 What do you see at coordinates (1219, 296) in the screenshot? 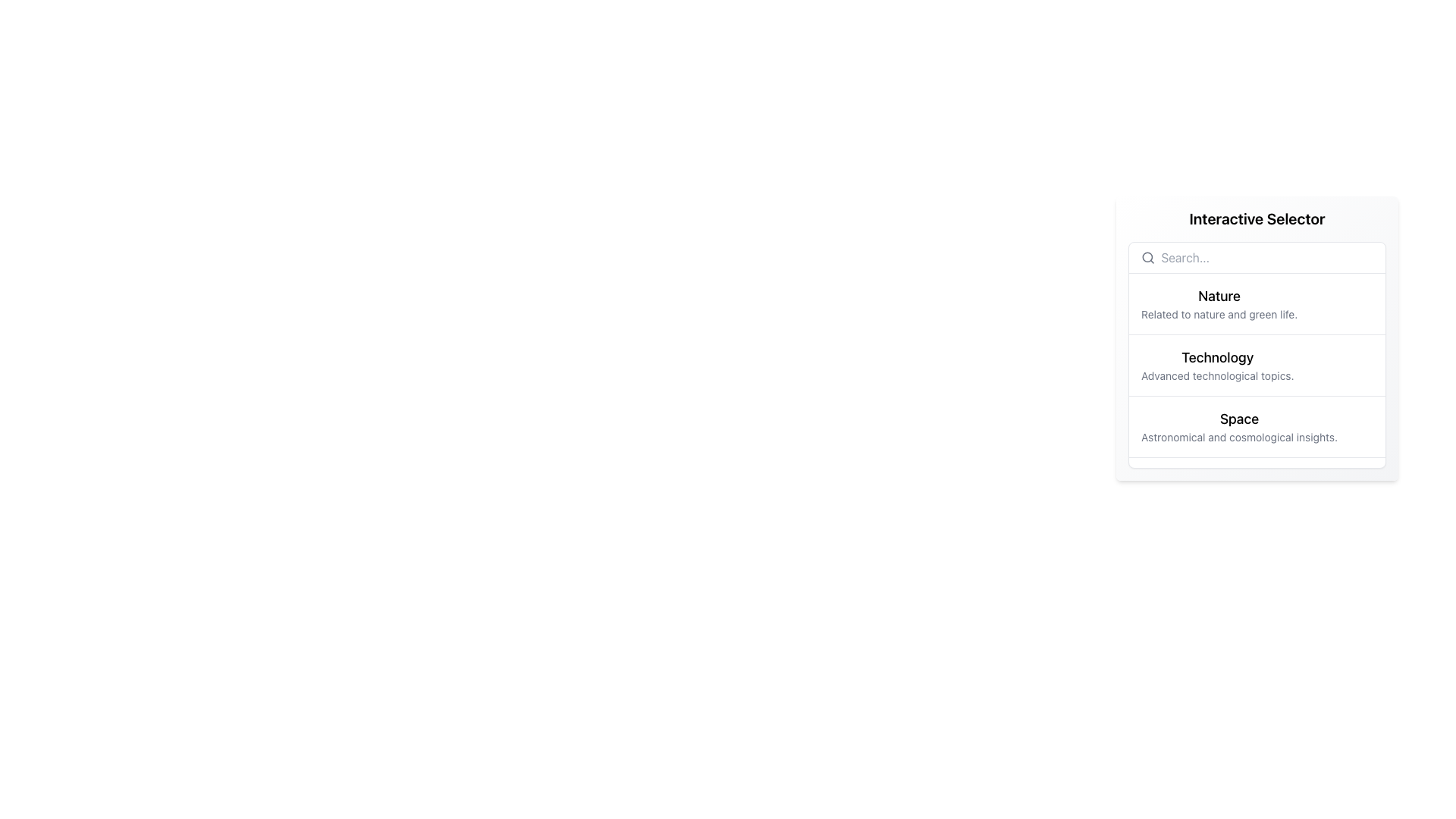
I see `the bold header text 'Nature' located in the top-right quadrant of the interface for additional actions or information` at bounding box center [1219, 296].